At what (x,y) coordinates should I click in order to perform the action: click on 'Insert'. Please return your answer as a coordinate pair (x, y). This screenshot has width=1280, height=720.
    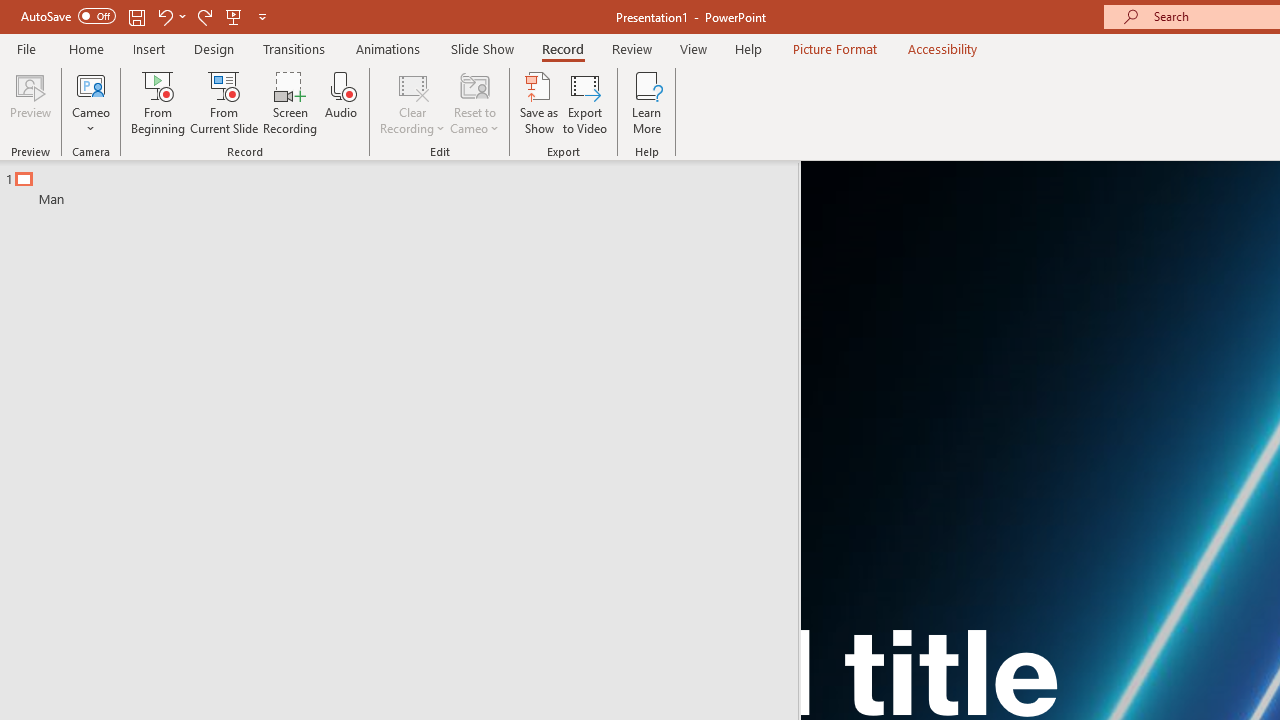
    Looking at the image, I should click on (148, 48).